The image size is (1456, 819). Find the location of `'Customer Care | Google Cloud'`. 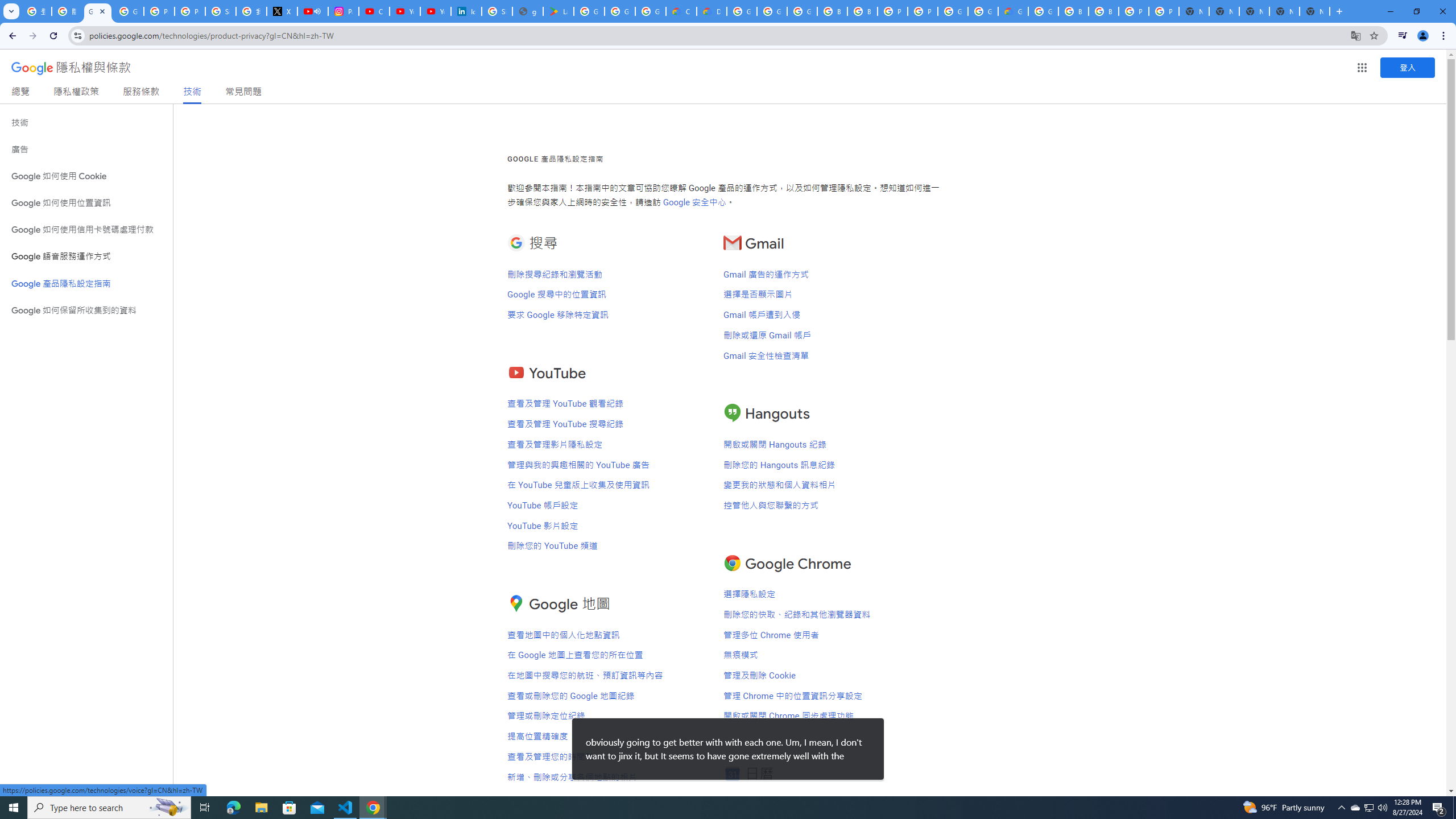

'Customer Care | Google Cloud' is located at coordinates (681, 11).